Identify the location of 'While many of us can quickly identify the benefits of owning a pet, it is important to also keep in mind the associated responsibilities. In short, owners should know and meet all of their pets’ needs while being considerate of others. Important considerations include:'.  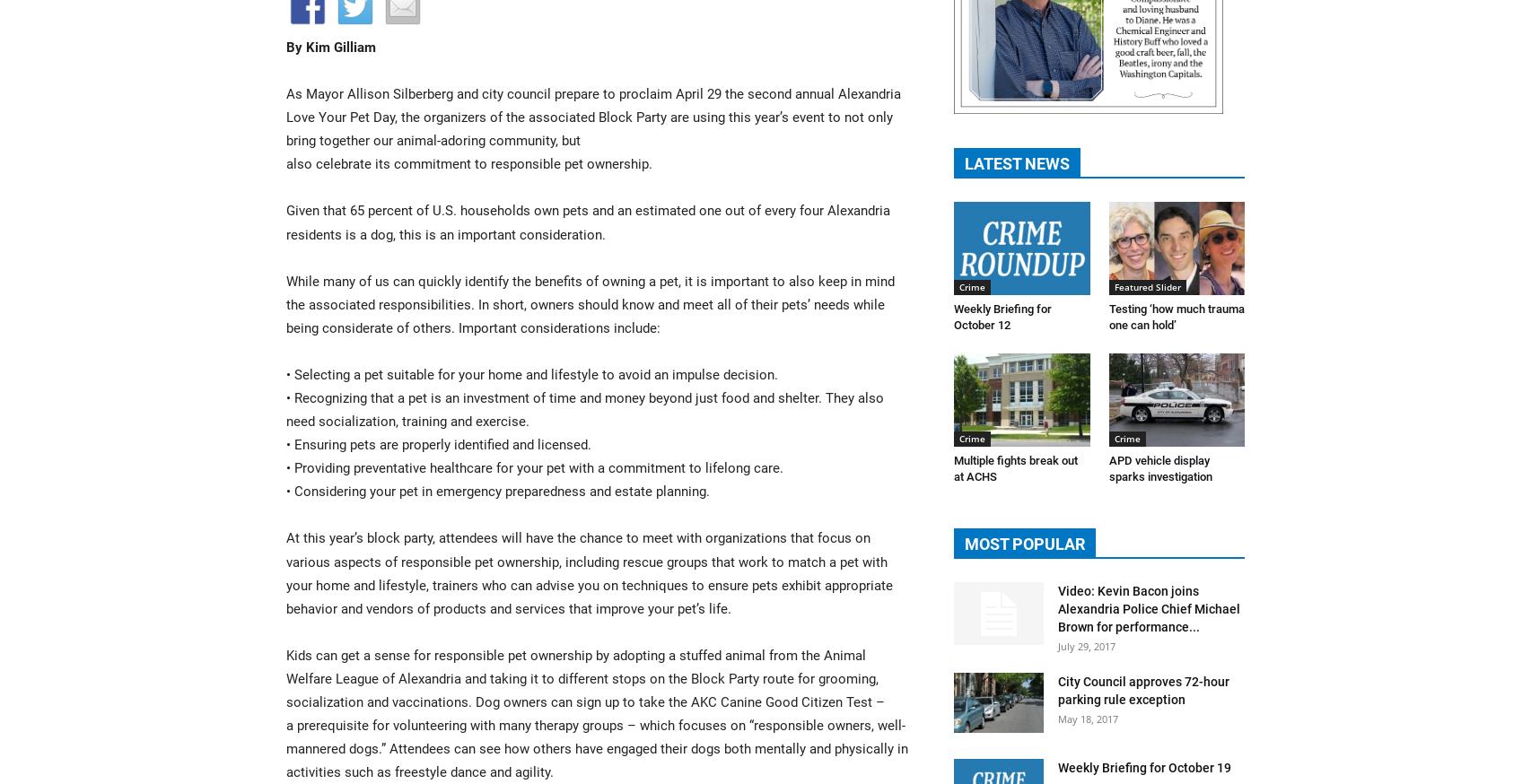
(286, 303).